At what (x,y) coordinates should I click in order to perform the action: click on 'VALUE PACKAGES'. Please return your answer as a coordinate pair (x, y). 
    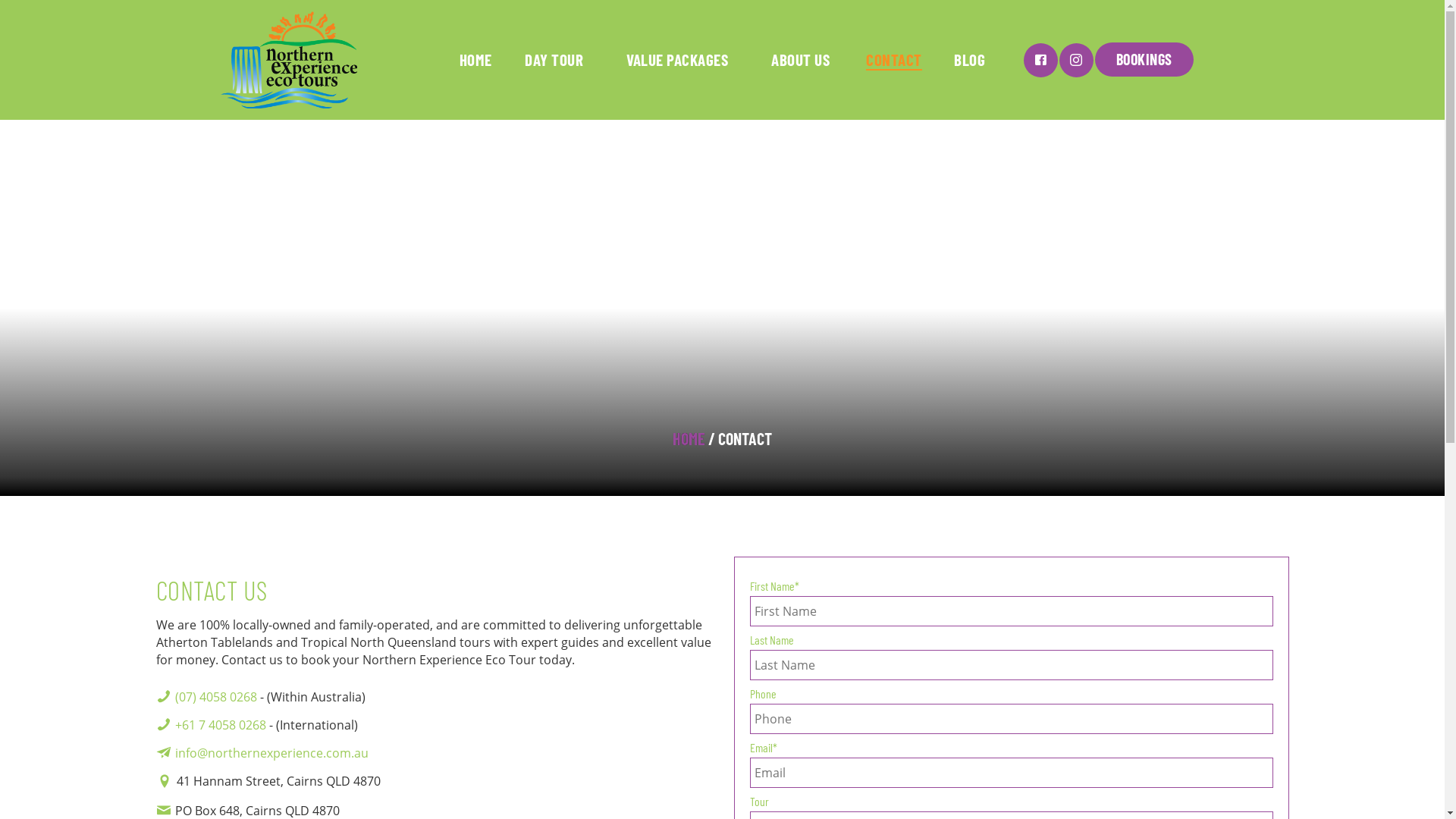
    Looking at the image, I should click on (676, 58).